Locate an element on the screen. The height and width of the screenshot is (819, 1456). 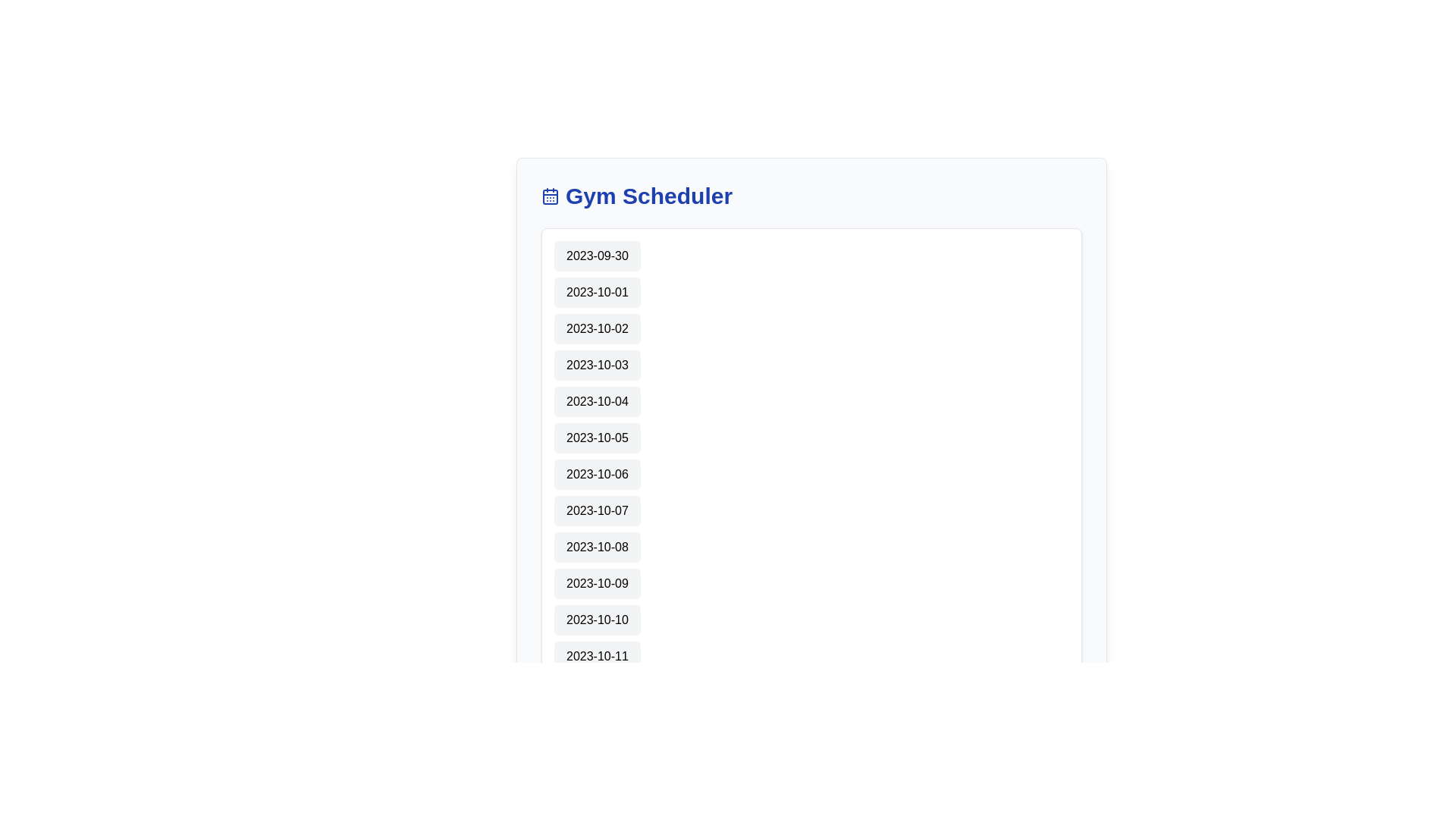
the selectable date button for '2023-10-10' in the scheduler application is located at coordinates (596, 620).